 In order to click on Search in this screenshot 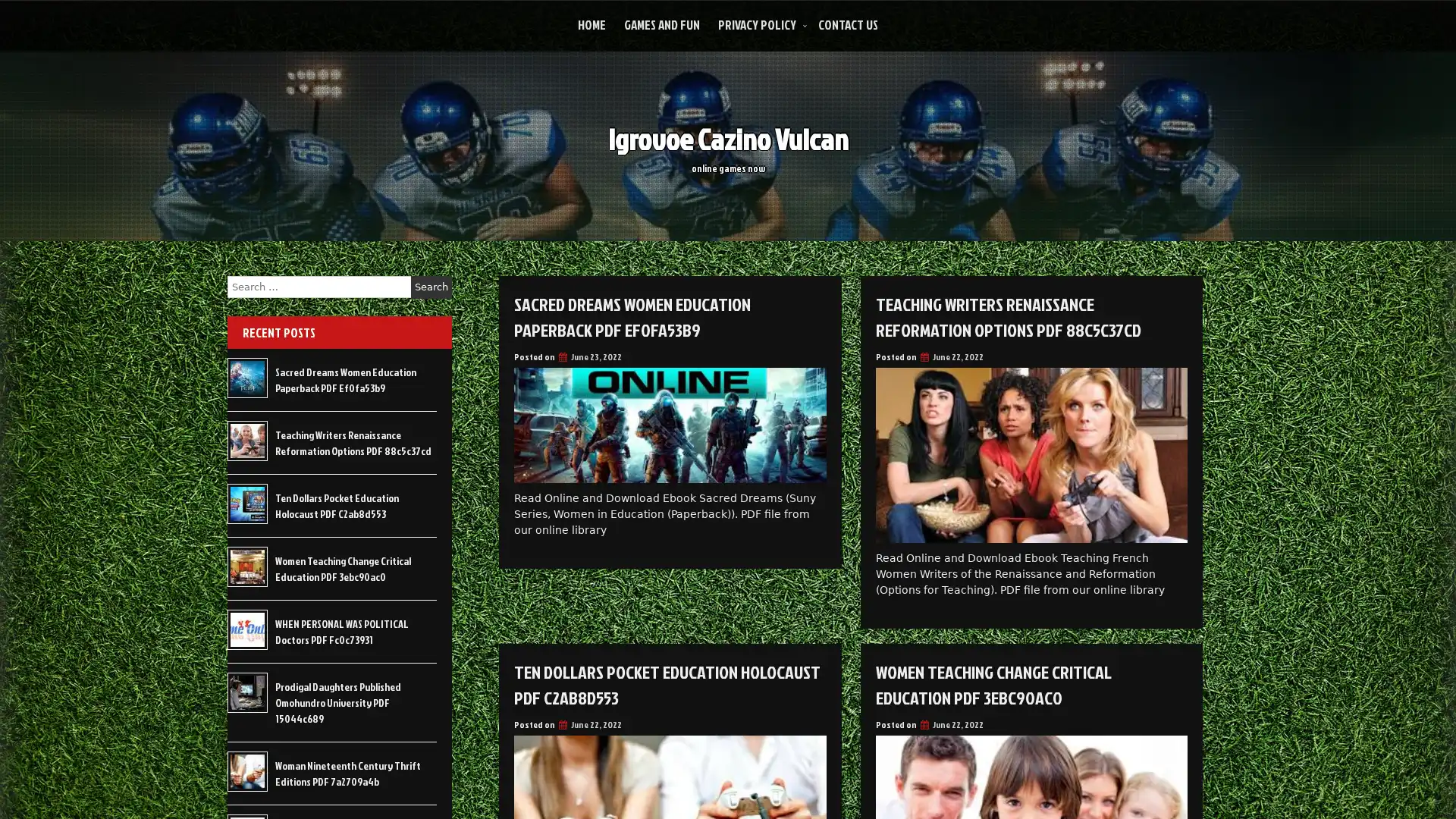, I will do `click(431, 287)`.